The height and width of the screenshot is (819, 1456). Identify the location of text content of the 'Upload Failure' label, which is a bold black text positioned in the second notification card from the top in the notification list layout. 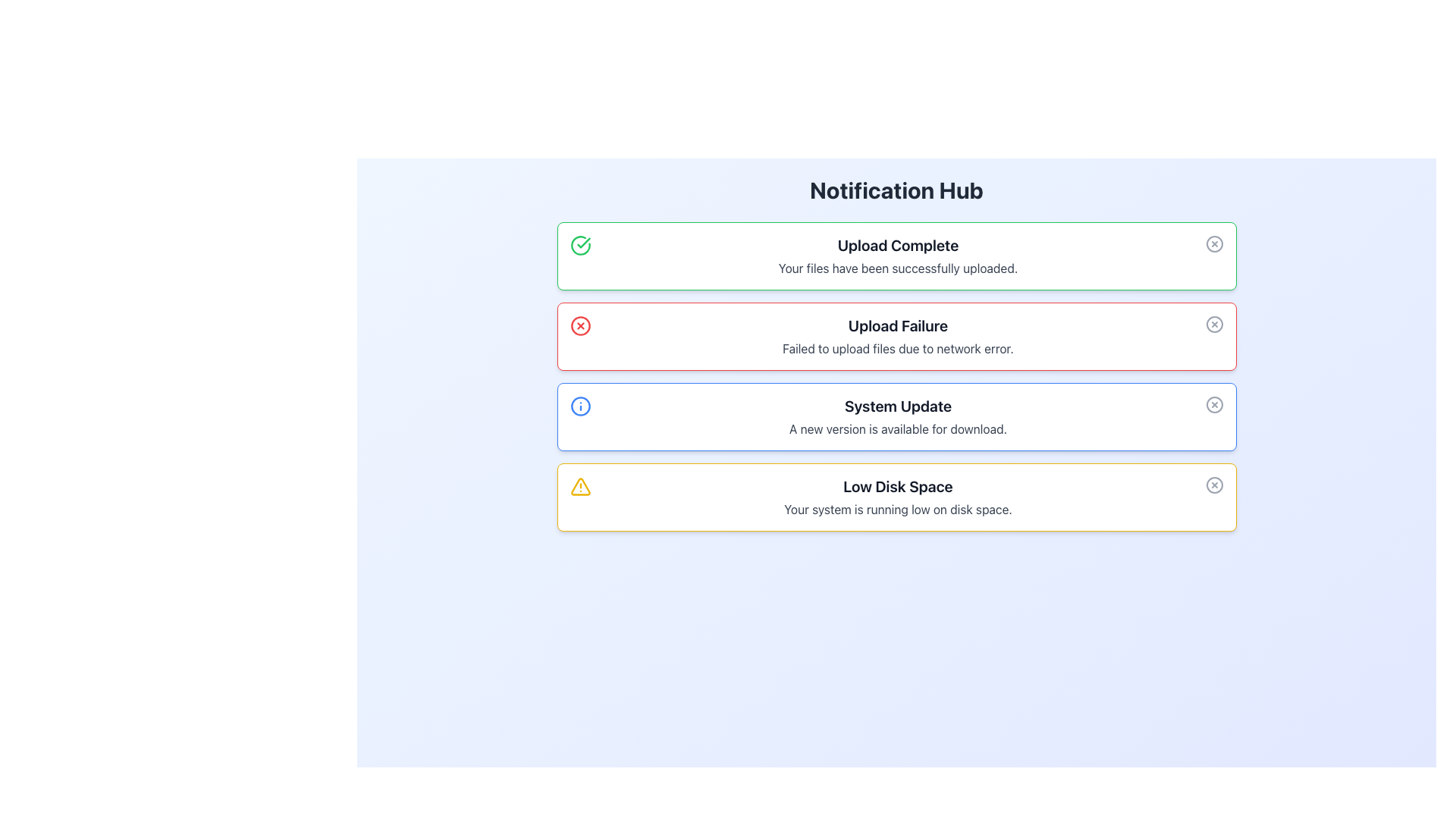
(898, 325).